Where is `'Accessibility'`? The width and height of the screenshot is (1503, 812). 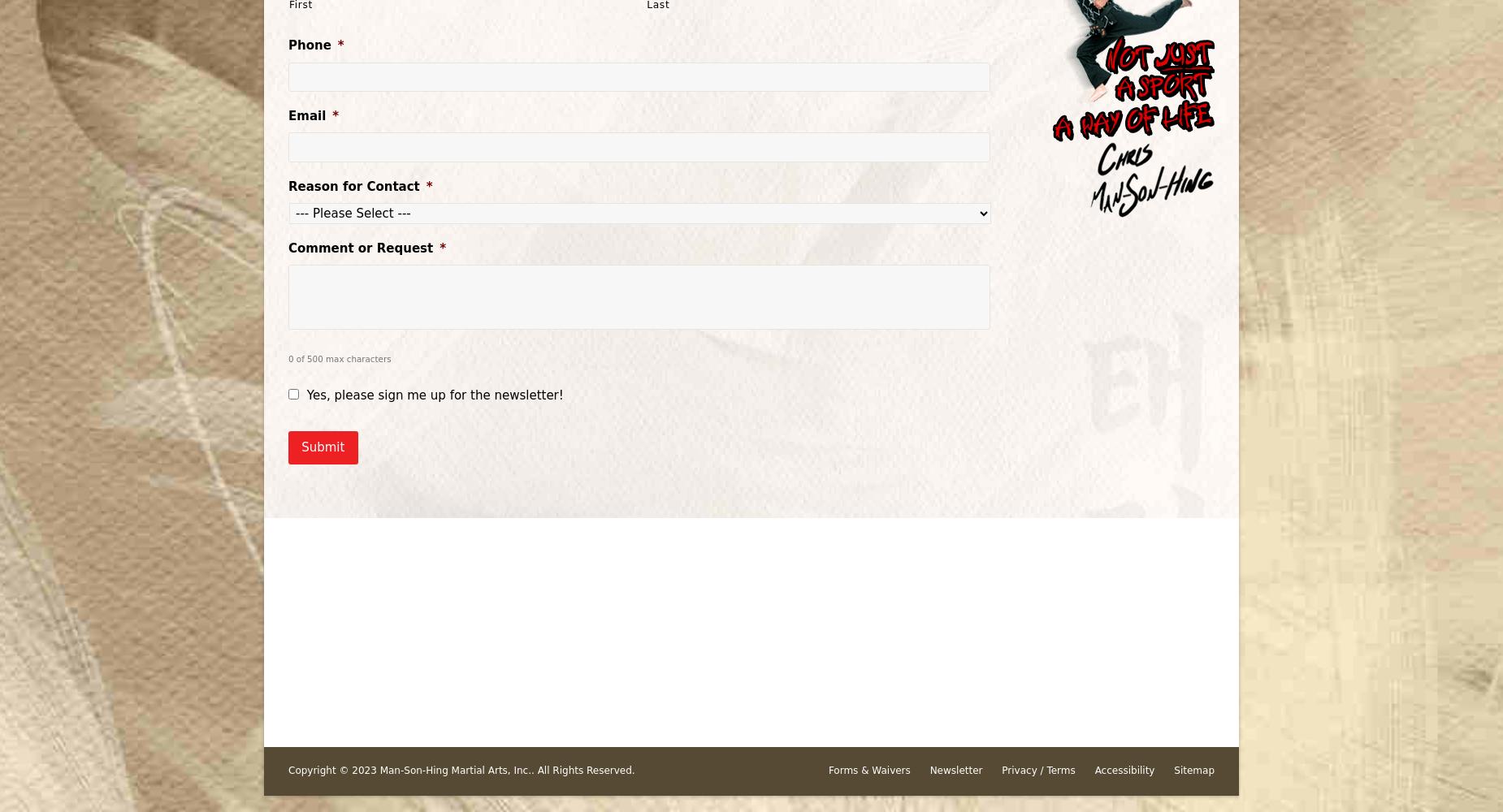 'Accessibility' is located at coordinates (1123, 770).